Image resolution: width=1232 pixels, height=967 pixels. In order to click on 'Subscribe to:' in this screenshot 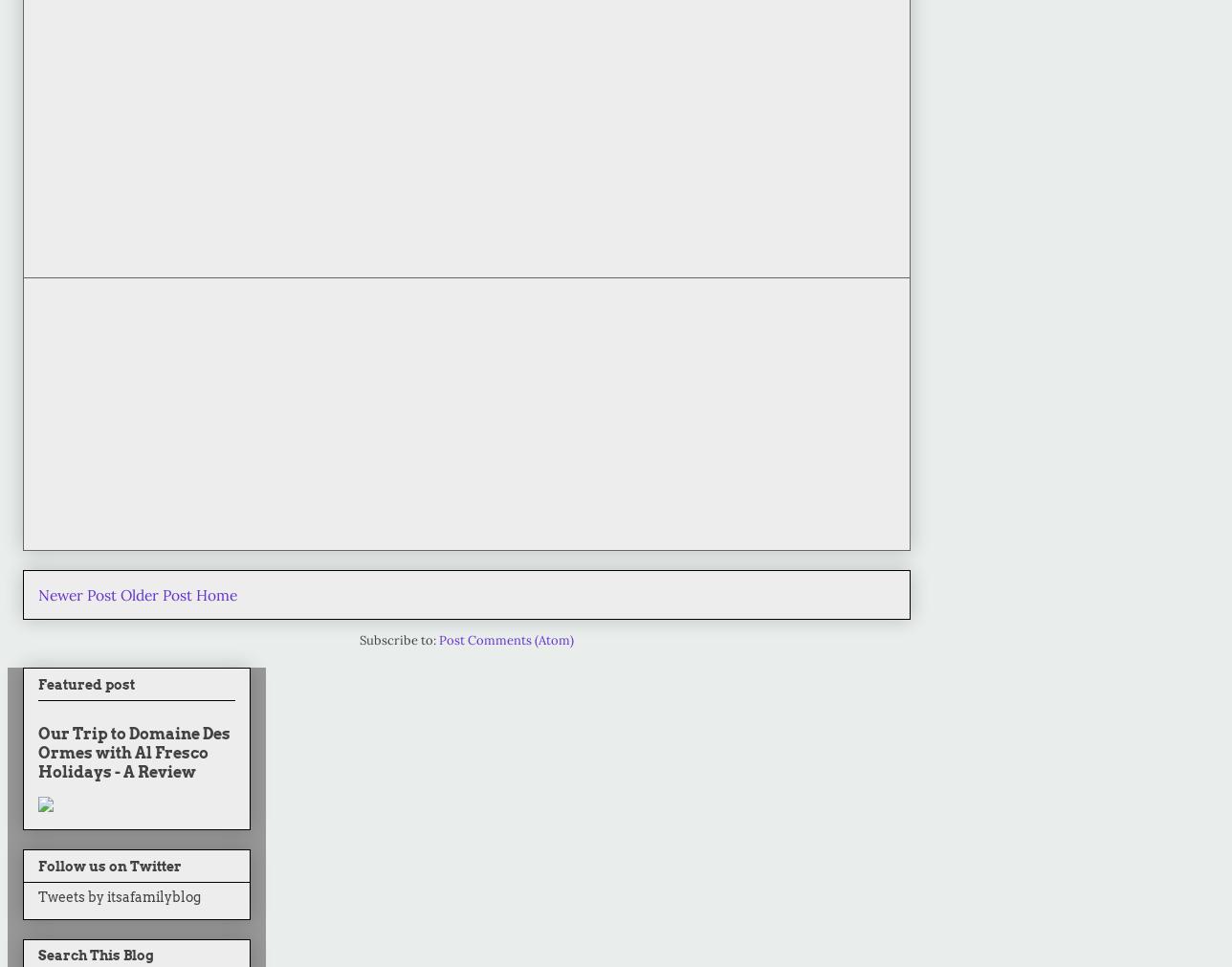, I will do `click(359, 640)`.